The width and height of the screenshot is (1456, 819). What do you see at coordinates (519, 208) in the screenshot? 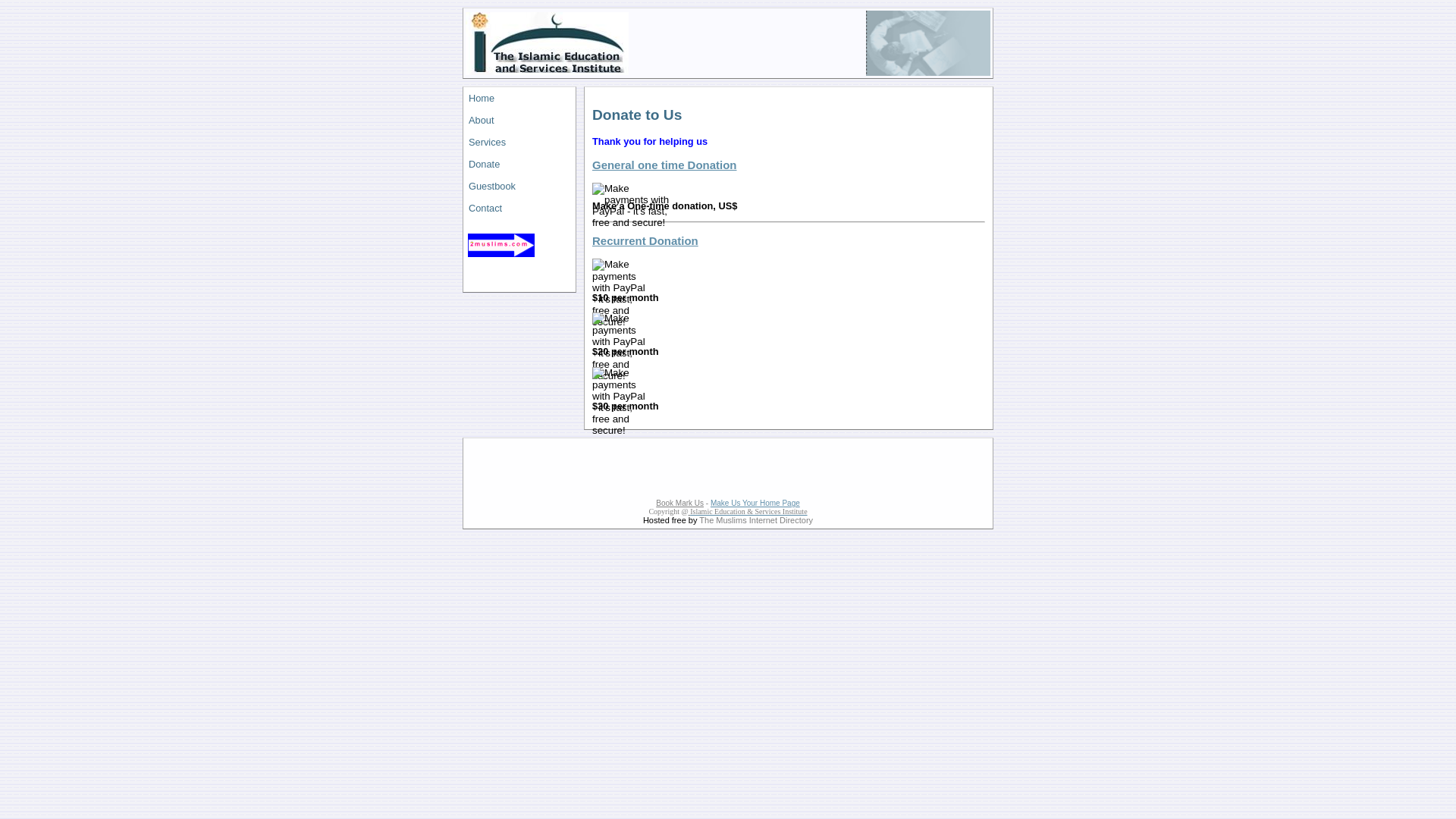
I see `'Contact'` at bounding box center [519, 208].